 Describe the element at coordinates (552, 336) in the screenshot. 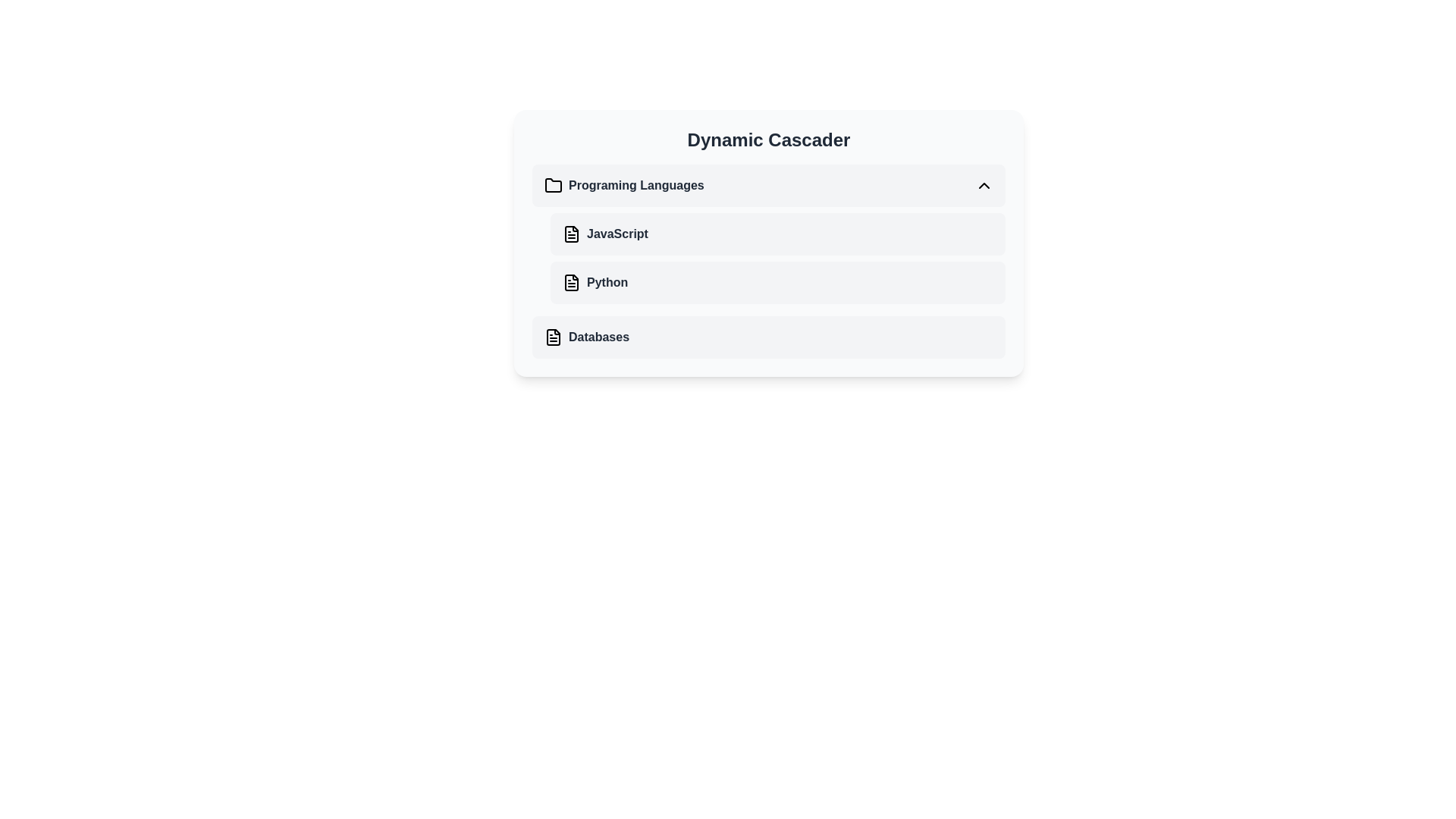

I see `the document icon labeled 'Databases', which is part of a vertically aligned list under the title 'Dynamic Cascader'` at that location.